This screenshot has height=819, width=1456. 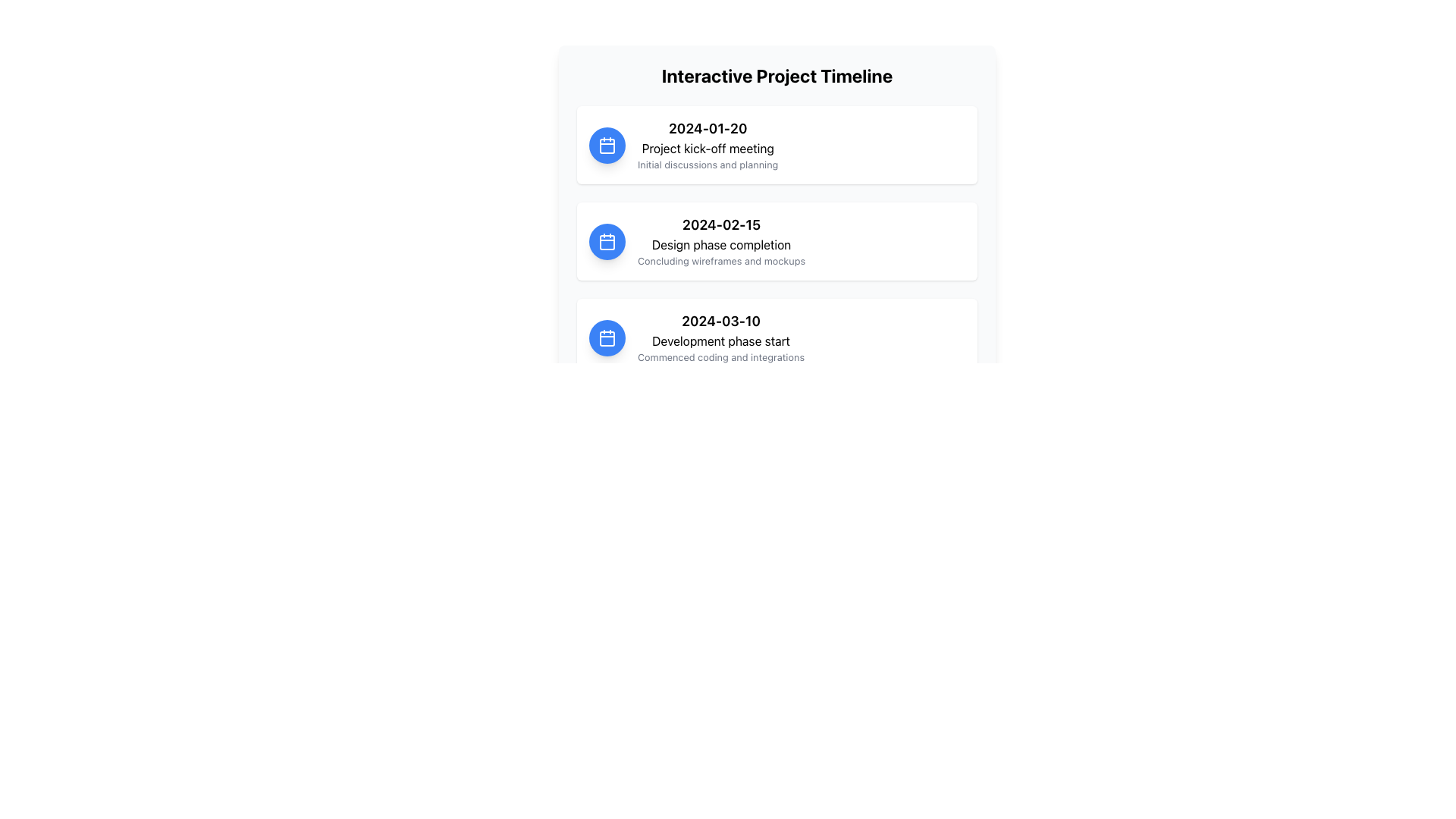 What do you see at coordinates (607, 337) in the screenshot?
I see `the background rectangle of the calendar icon, which is located to the left of the 'Development phase start' event in the timeline list` at bounding box center [607, 337].